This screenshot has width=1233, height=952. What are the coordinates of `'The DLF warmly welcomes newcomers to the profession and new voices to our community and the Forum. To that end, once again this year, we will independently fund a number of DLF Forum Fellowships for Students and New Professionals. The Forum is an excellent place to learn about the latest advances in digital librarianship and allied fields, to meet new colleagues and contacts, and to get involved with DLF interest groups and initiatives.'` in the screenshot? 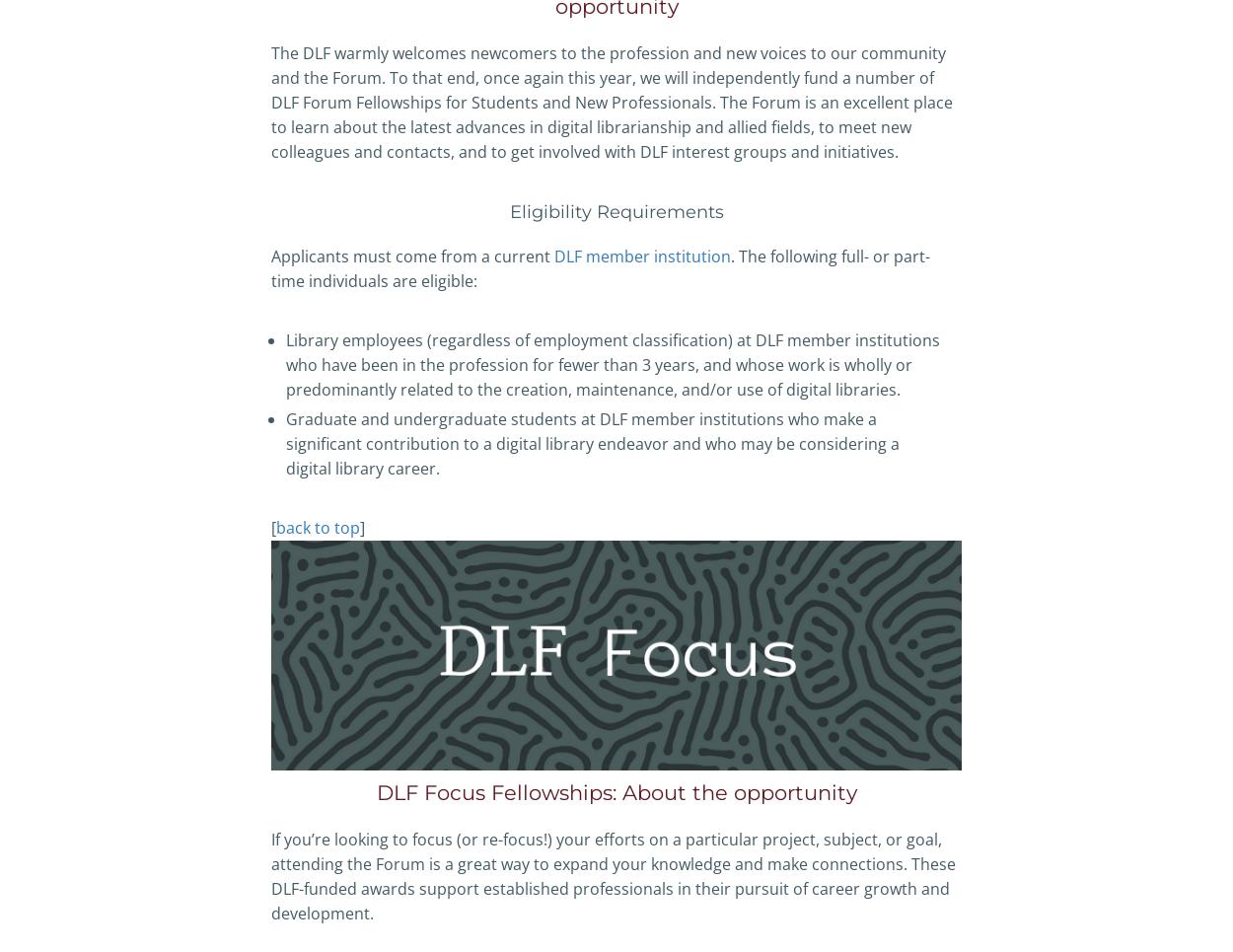 It's located at (611, 102).